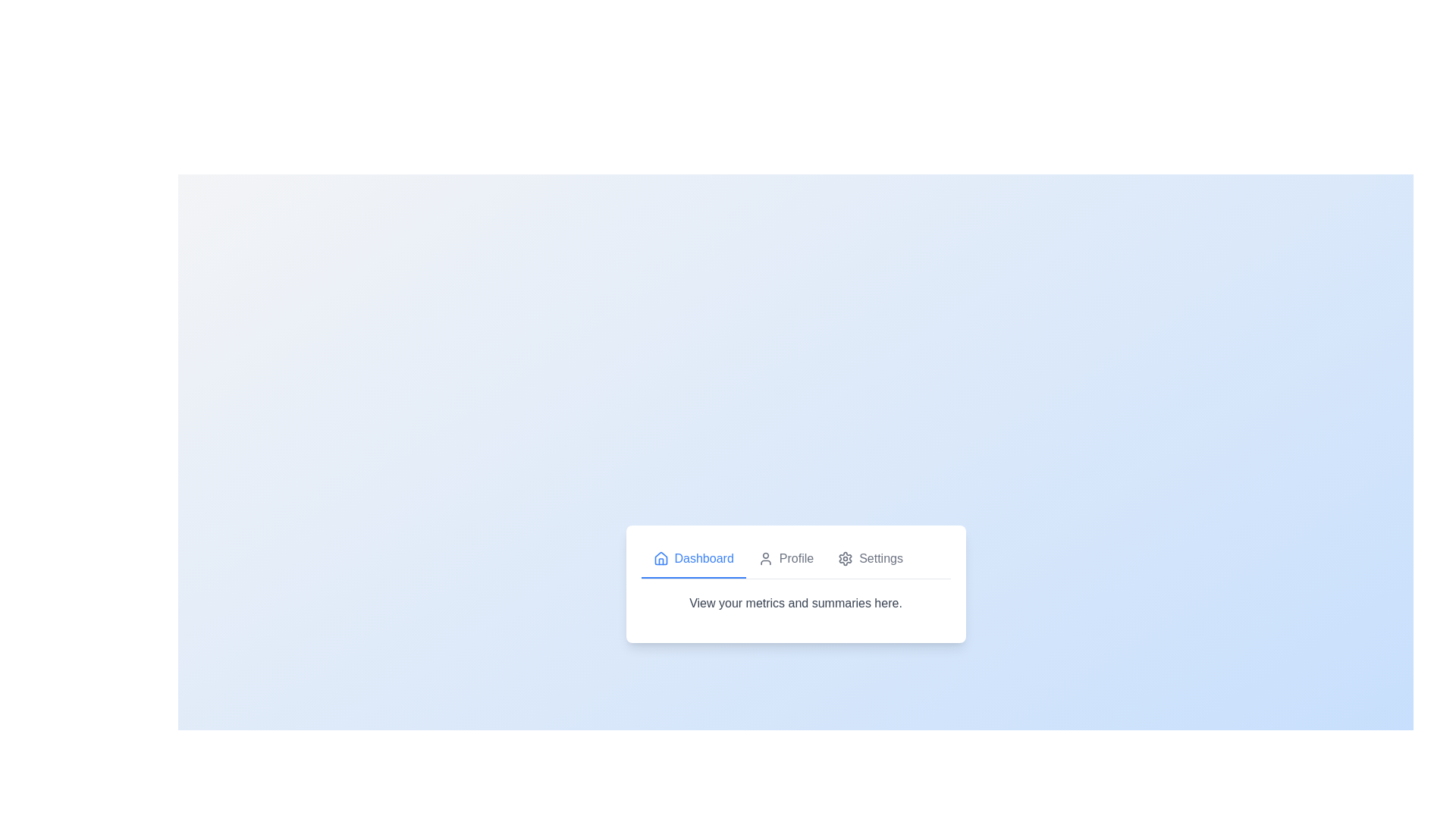 The width and height of the screenshot is (1456, 819). What do you see at coordinates (786, 559) in the screenshot?
I see `the tab labeled Profile` at bounding box center [786, 559].